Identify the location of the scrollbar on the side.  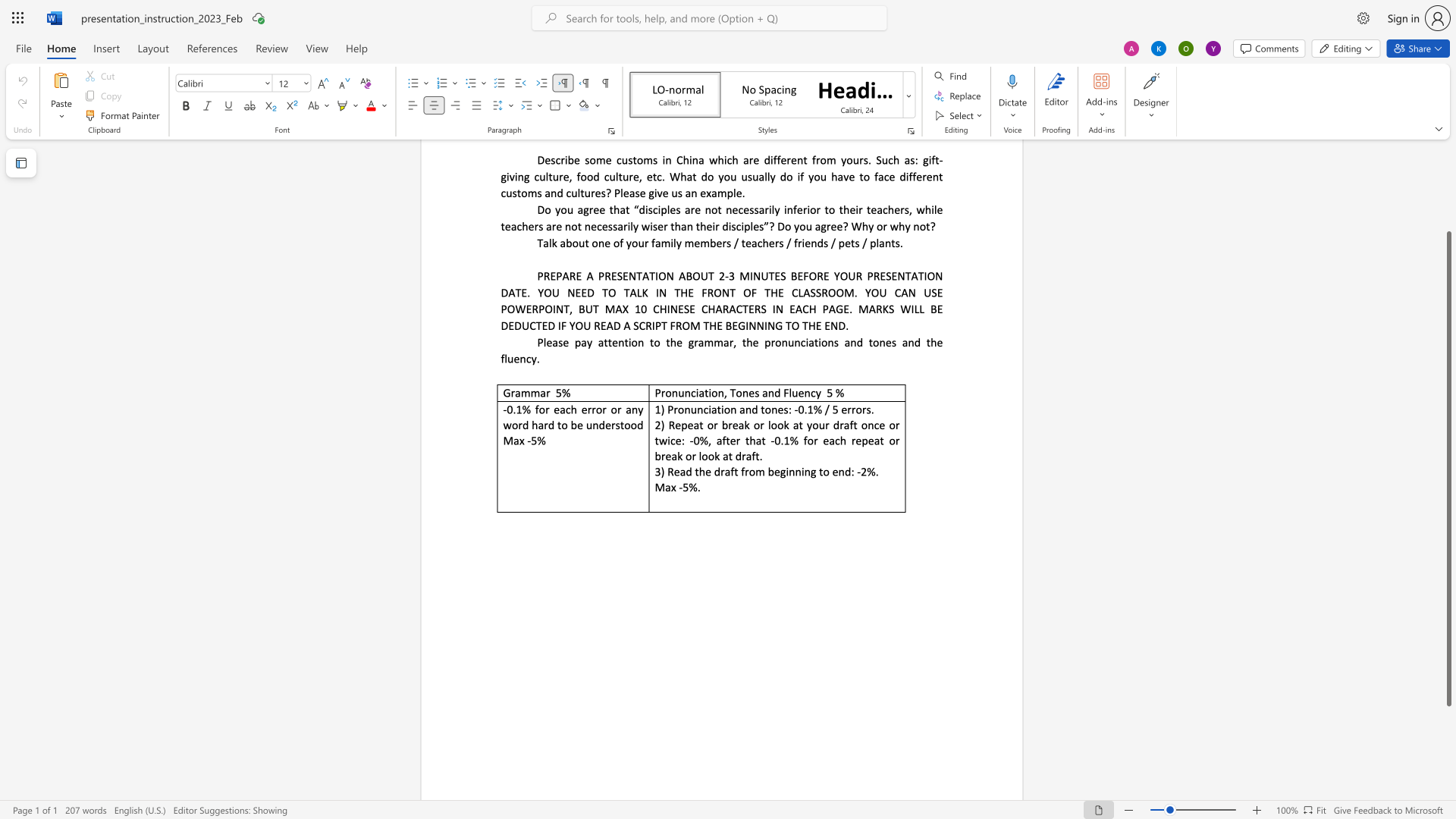
(1448, 166).